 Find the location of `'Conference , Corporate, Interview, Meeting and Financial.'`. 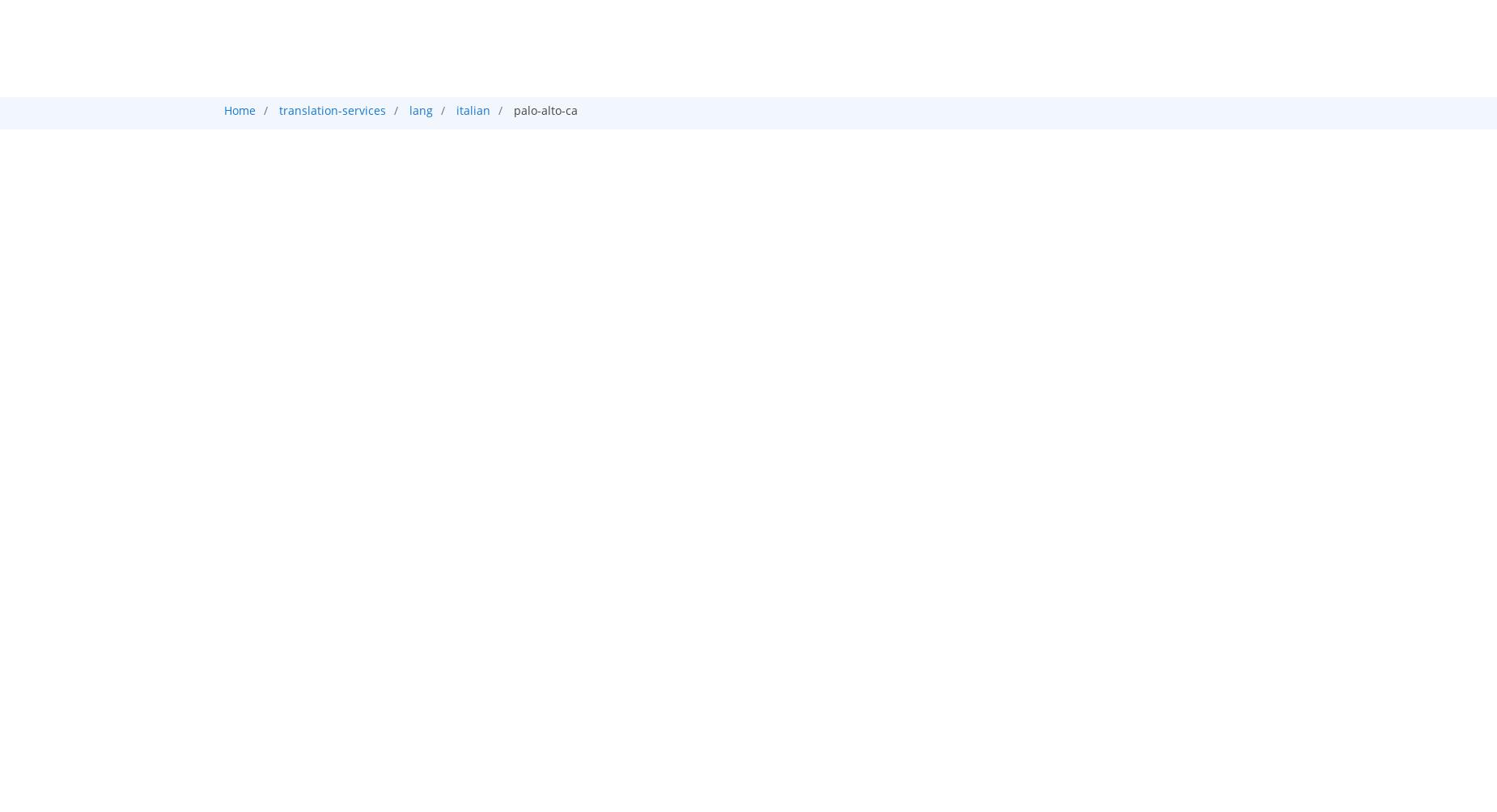

'Conference , Corporate, Interview, Meeting and Financial.' is located at coordinates (405, 355).